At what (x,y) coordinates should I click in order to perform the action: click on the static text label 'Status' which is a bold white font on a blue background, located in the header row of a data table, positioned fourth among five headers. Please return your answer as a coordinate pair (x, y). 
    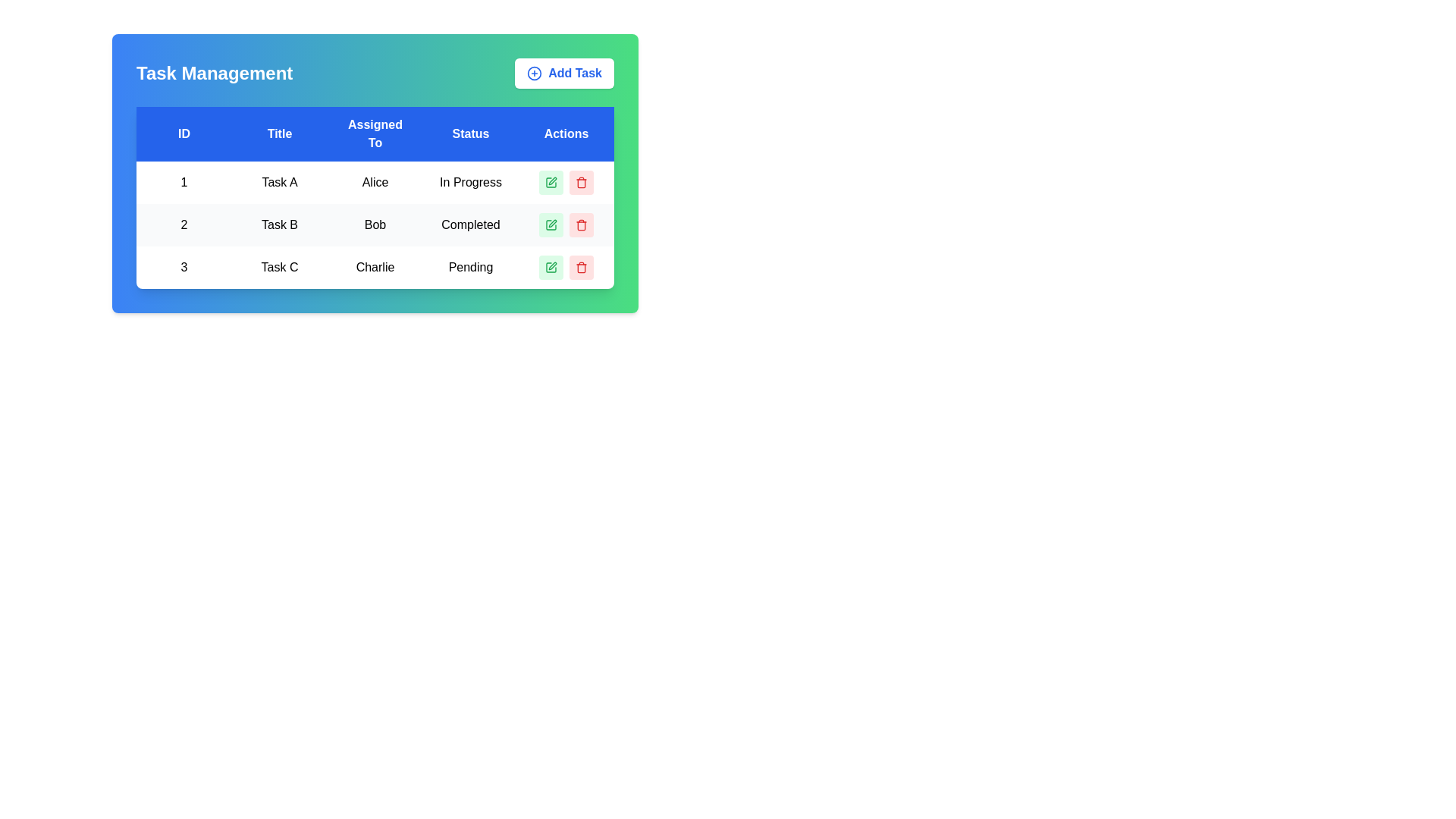
    Looking at the image, I should click on (469, 133).